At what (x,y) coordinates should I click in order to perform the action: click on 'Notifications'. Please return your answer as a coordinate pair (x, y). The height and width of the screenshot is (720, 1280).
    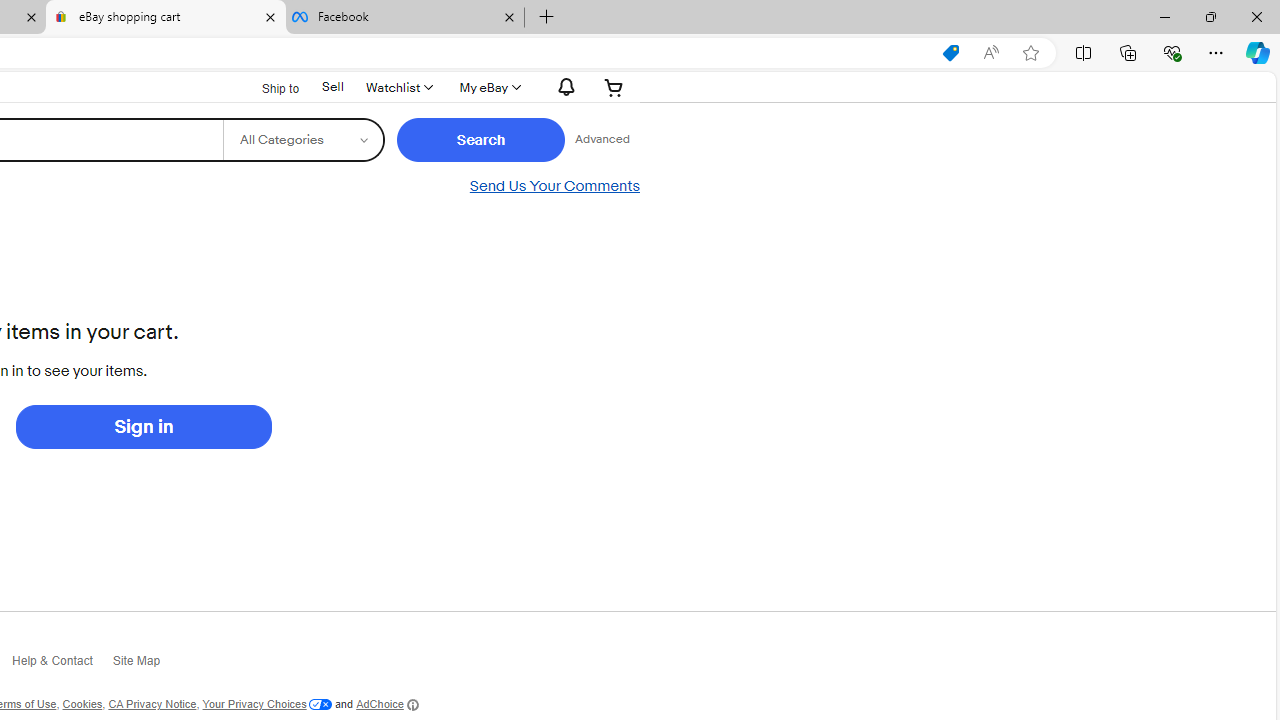
    Looking at the image, I should click on (560, 86).